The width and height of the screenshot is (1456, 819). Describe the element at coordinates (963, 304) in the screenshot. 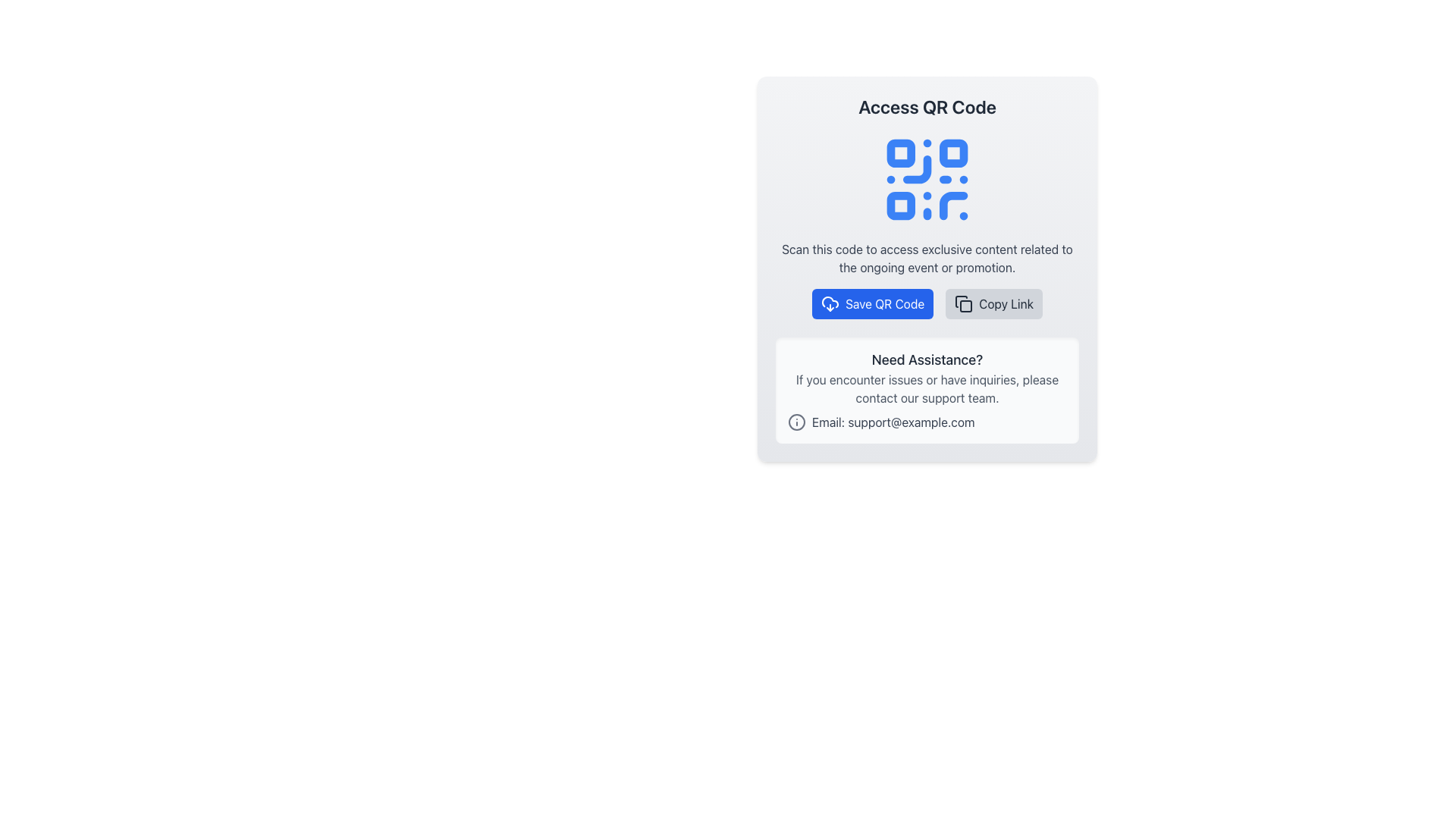

I see `the 'Copy Link' button icon which resembles overlapping squares and is located to the right of the 'Save QR Code' button in the footer section of the modal dialog` at that location.